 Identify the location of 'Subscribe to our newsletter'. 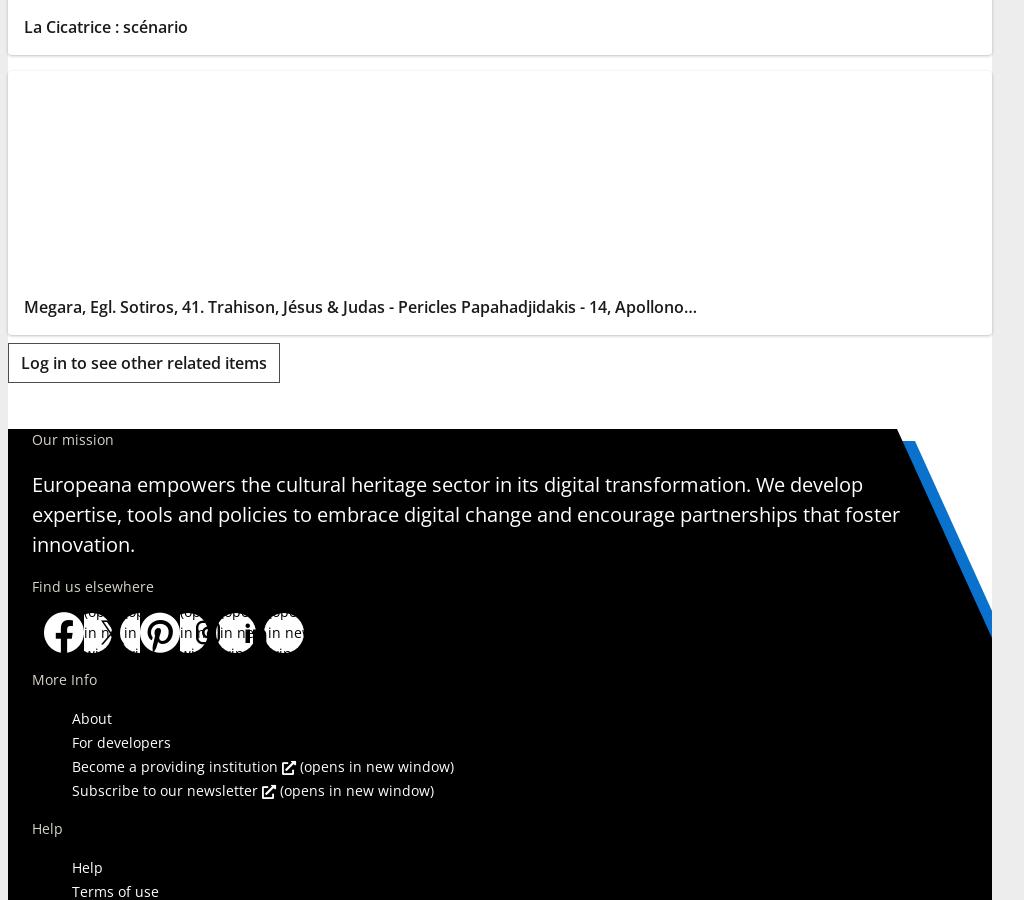
(166, 789).